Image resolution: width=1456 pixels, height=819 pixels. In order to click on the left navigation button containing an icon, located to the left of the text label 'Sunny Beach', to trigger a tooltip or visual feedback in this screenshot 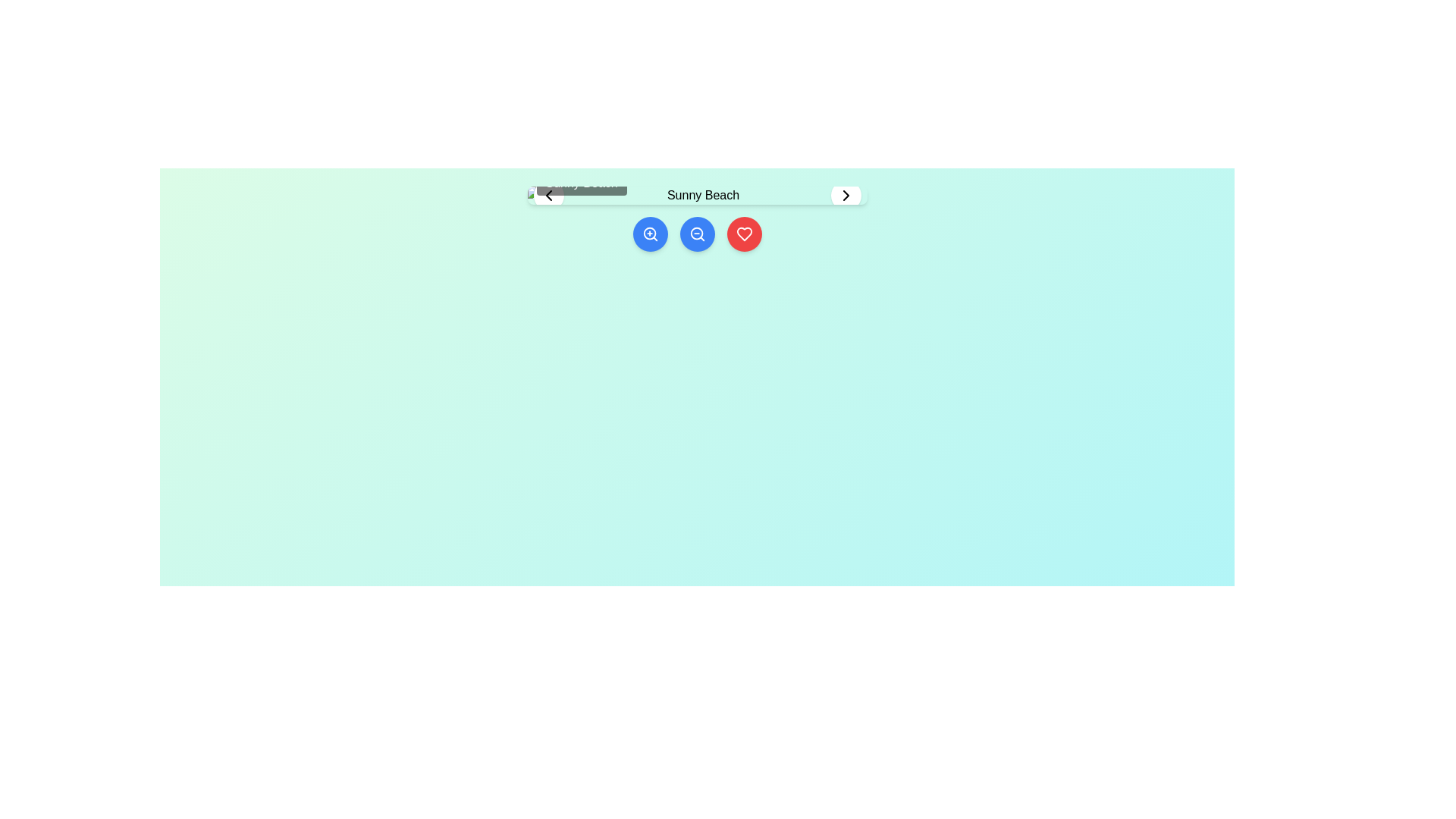, I will do `click(548, 195)`.